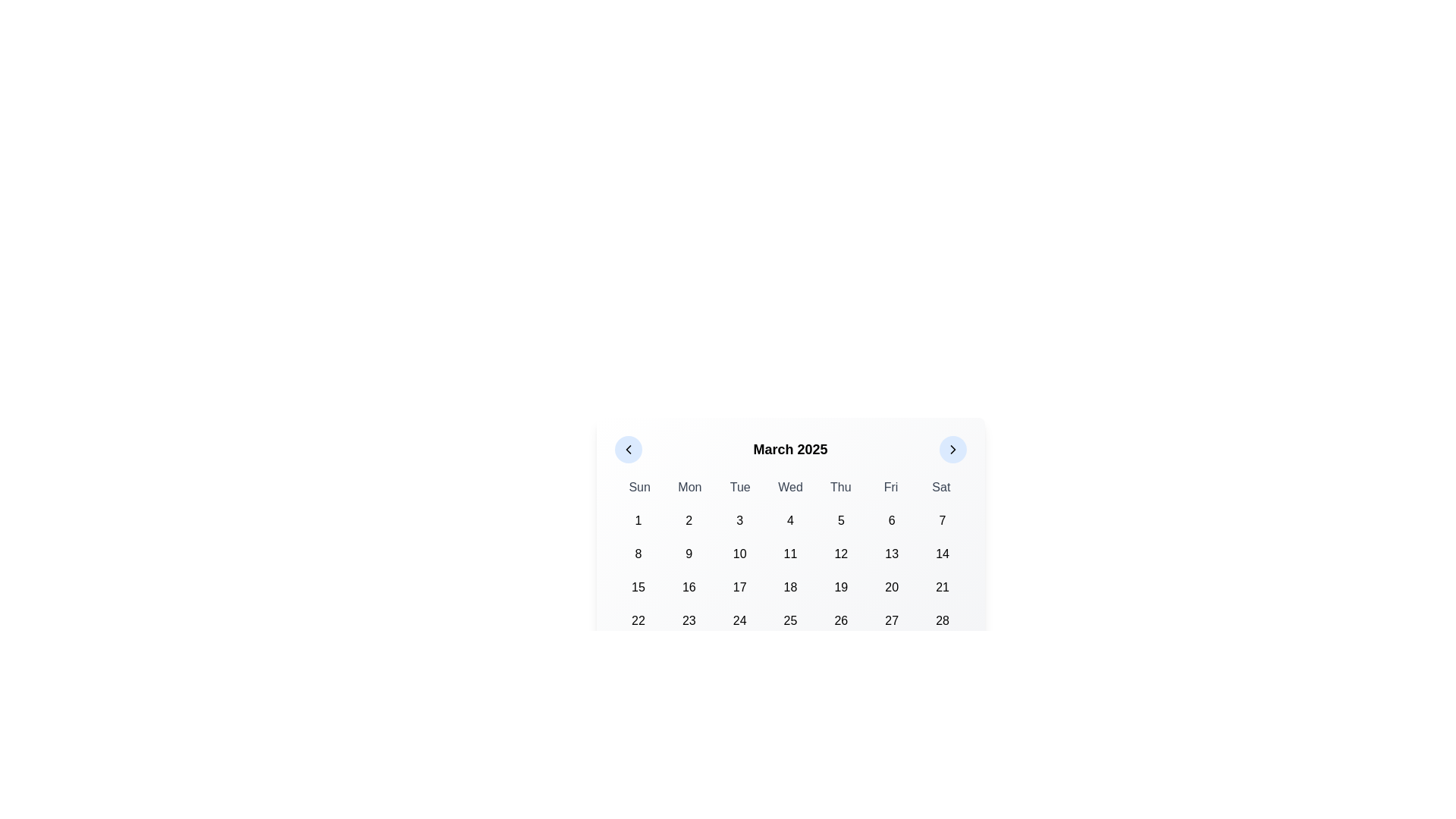 The width and height of the screenshot is (1456, 819). I want to click on the button representing the 18th day in the calendar interface, so click(789, 587).